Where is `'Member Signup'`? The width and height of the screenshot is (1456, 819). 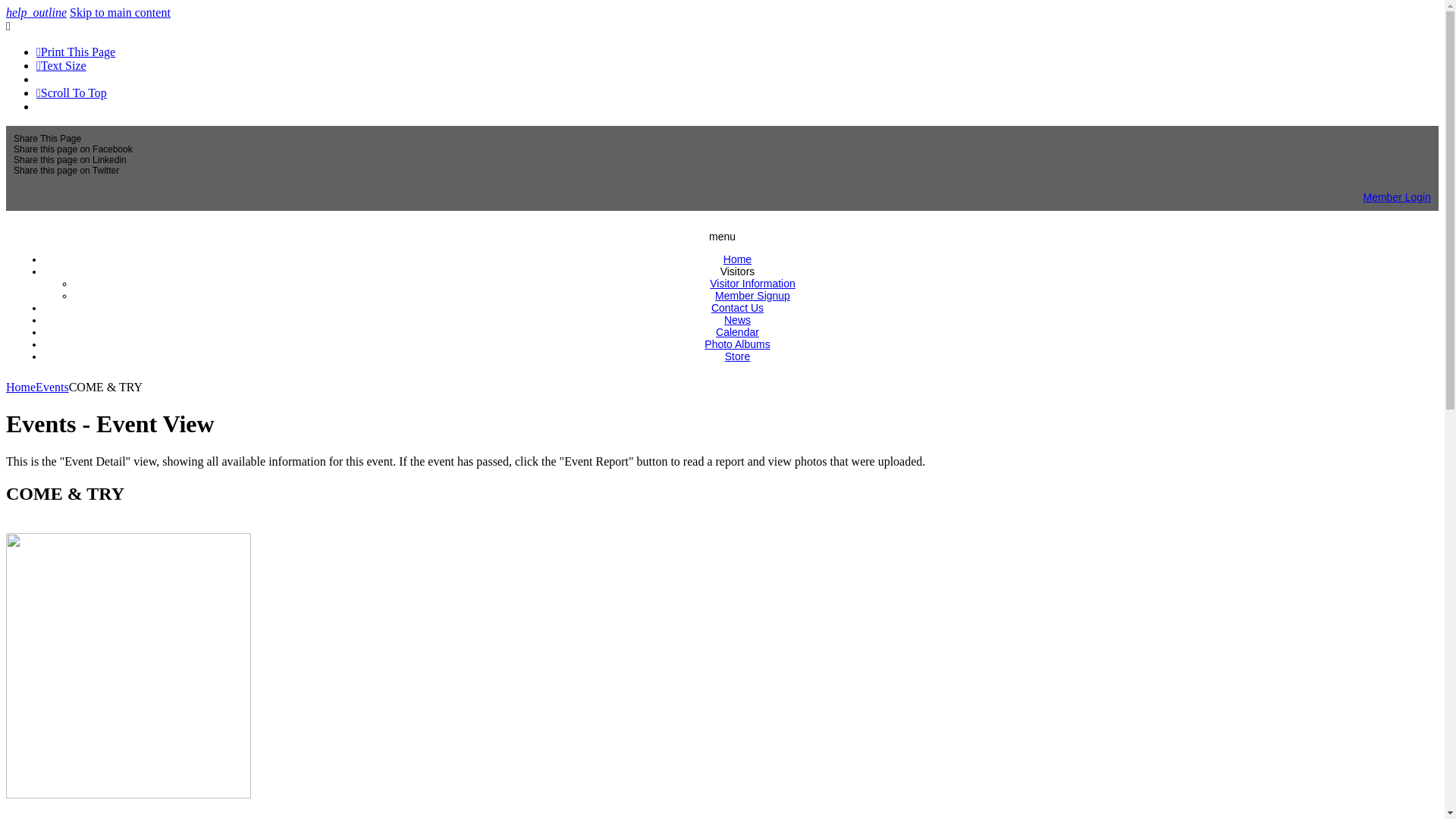 'Member Signup' is located at coordinates (752, 295).